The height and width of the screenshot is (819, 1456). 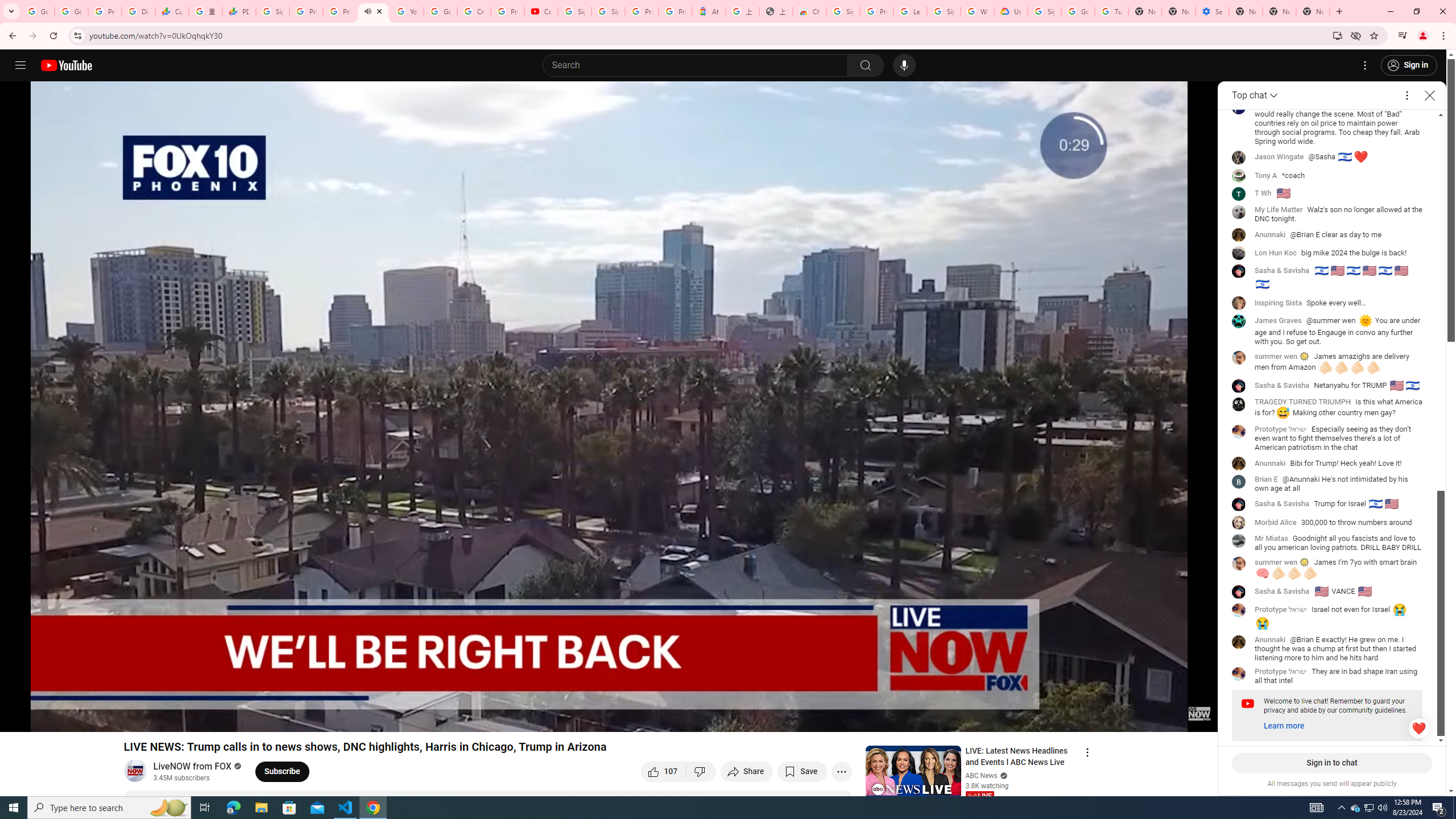 I want to click on 'Google Workspace Admin Community', so click(x=37, y=11).